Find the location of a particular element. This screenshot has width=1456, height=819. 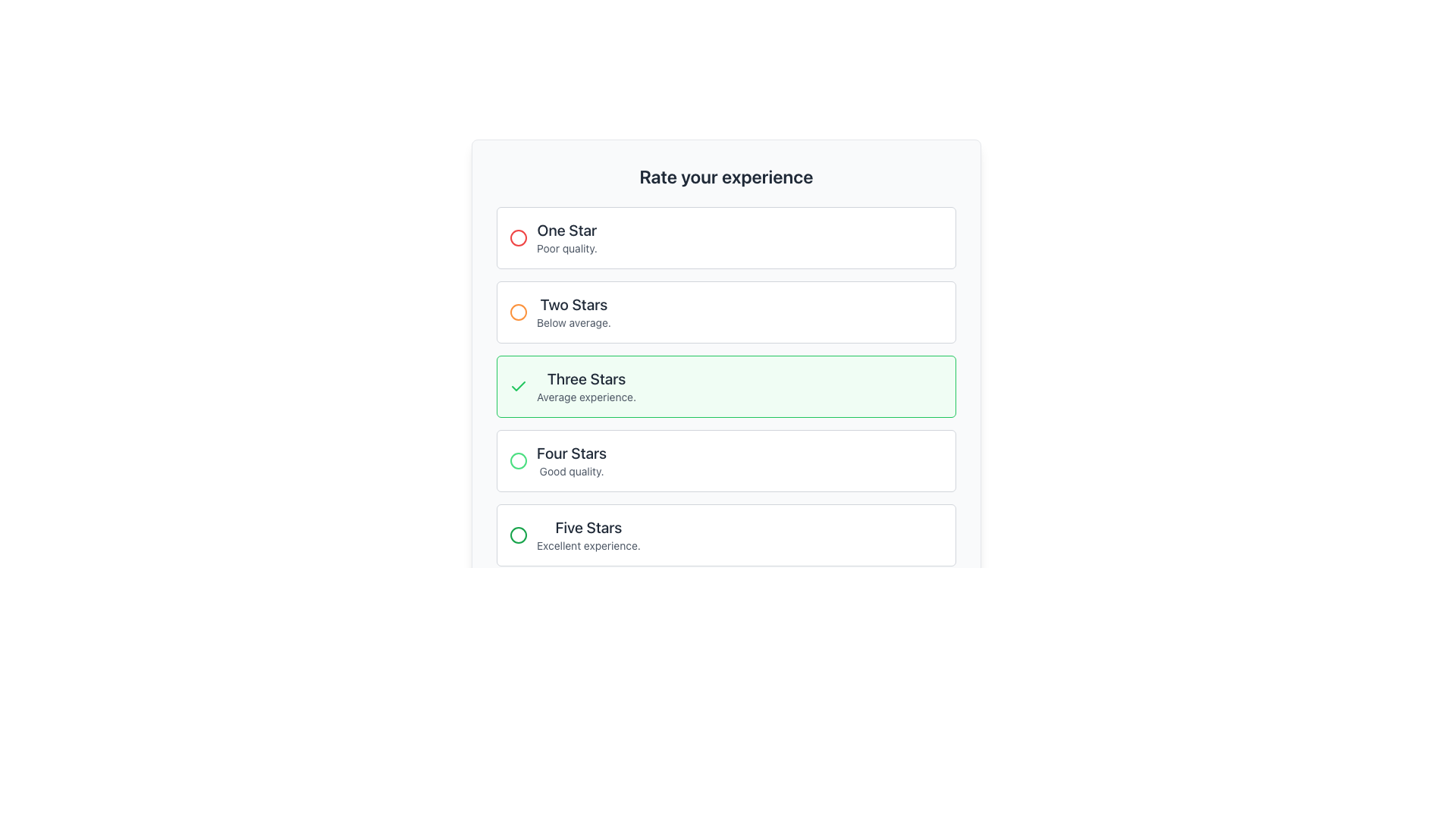

the 'Two Stars' rating button, which is the second element in a vertical list of five rating options is located at coordinates (726, 312).